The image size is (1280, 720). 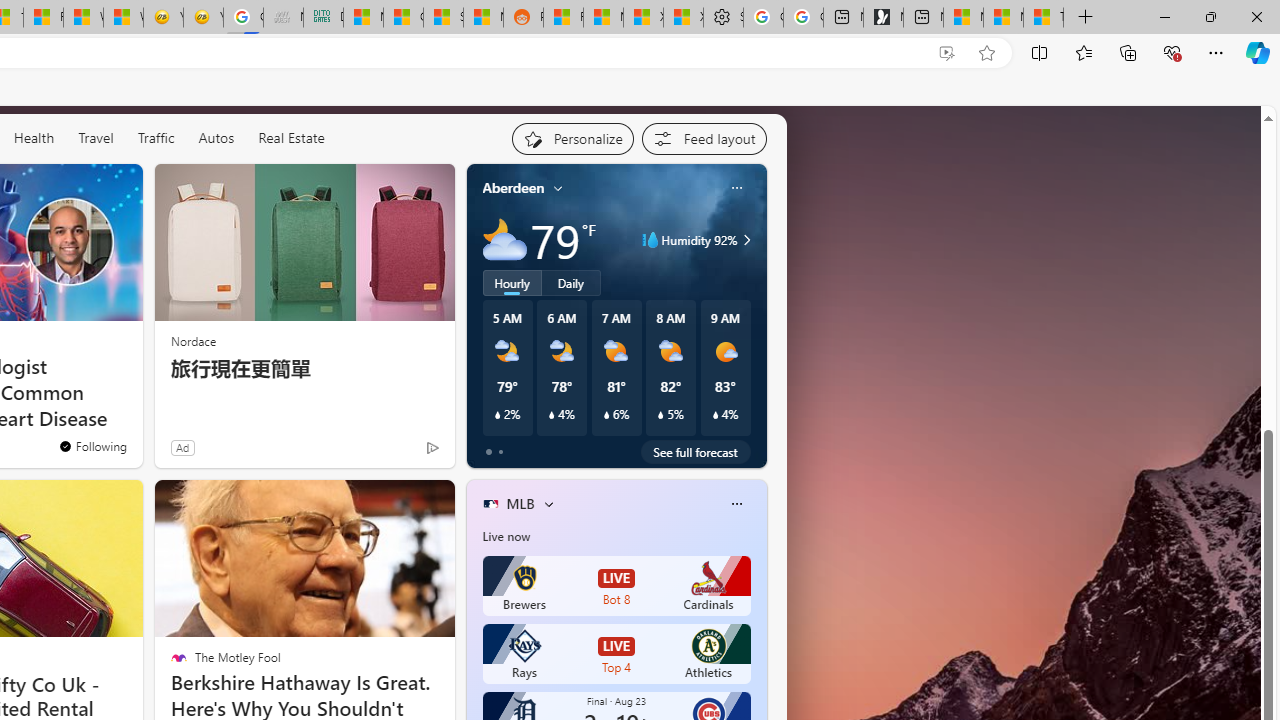 I want to click on 'Travel', so click(x=95, y=137).